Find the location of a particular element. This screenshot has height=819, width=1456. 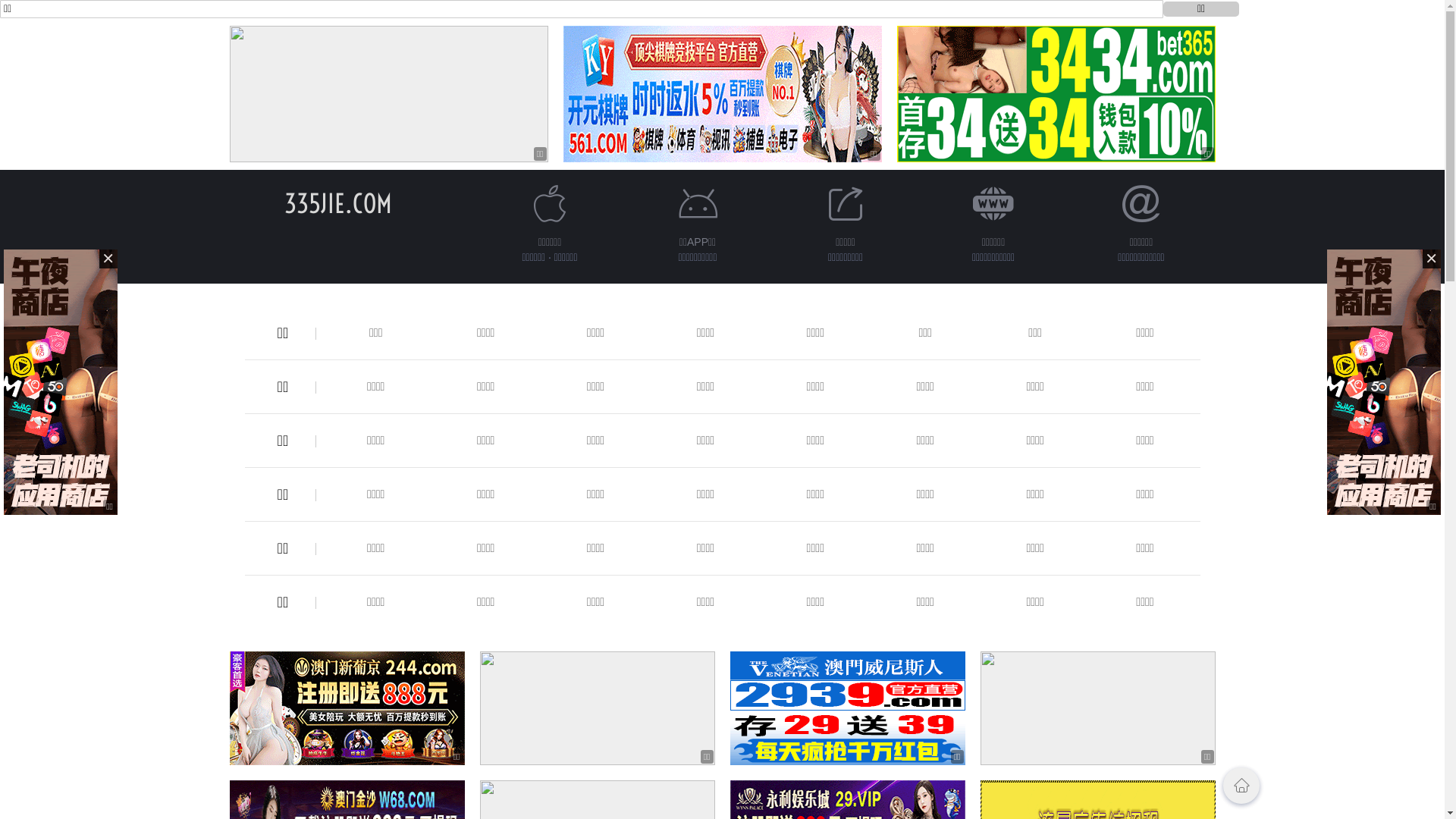

'335JIE.COM' is located at coordinates (337, 202).